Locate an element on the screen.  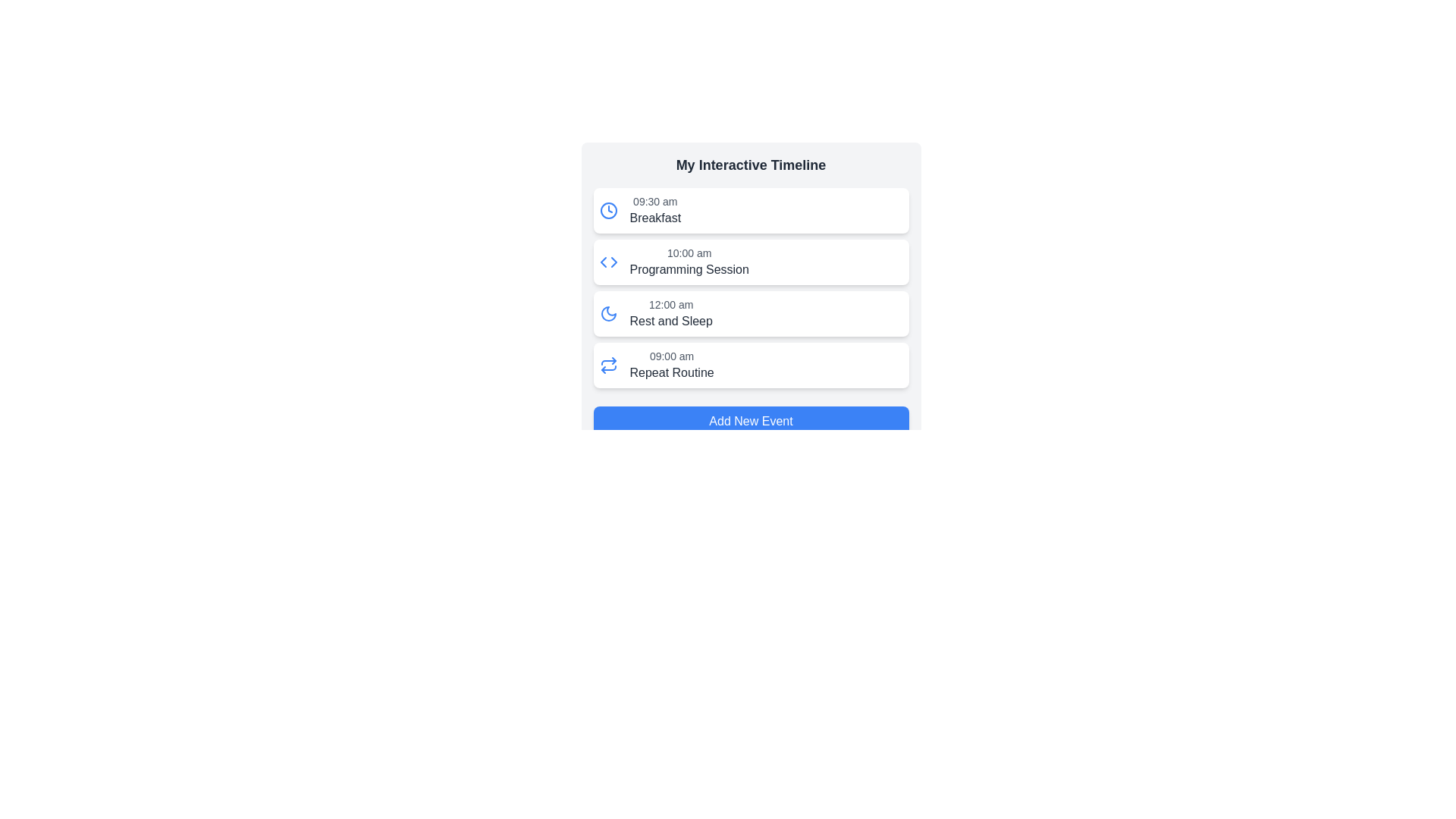
the static text element displaying '10:00 am', which is located in the second row of the timeline UI, positioned to the right of the programming icon and above the 'Programming Session' label is located at coordinates (689, 253).